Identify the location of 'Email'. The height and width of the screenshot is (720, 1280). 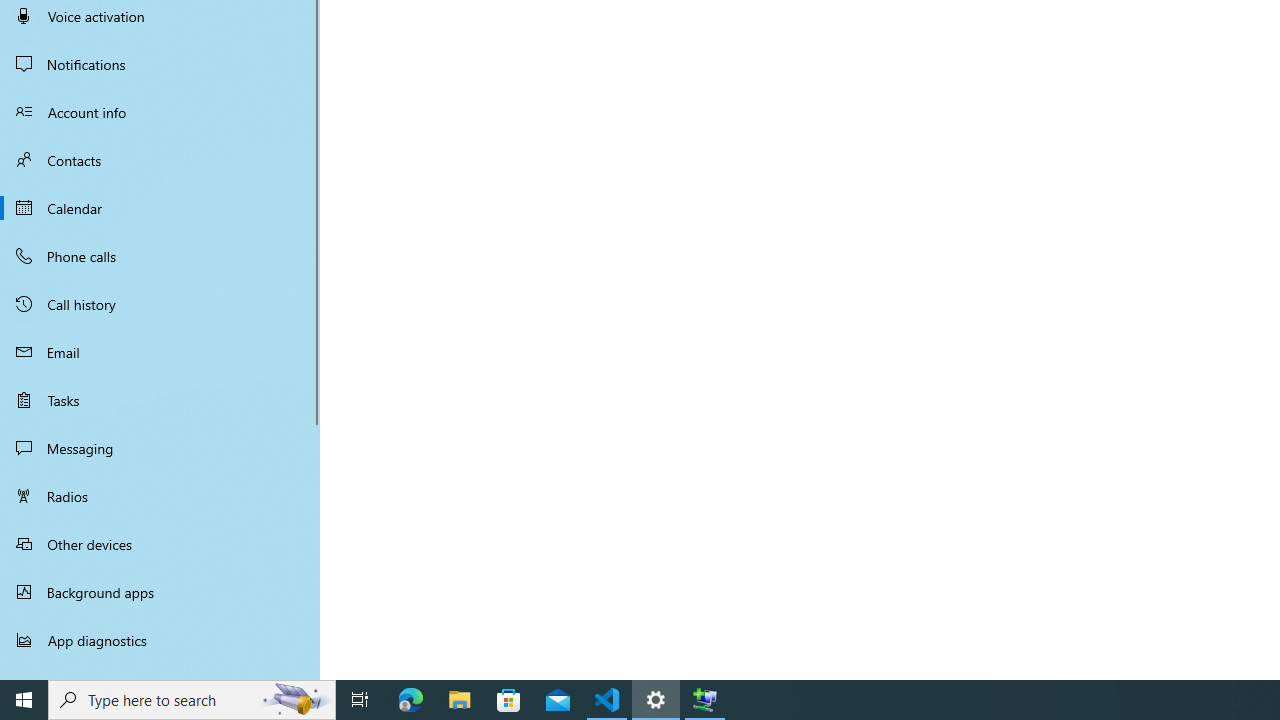
(160, 351).